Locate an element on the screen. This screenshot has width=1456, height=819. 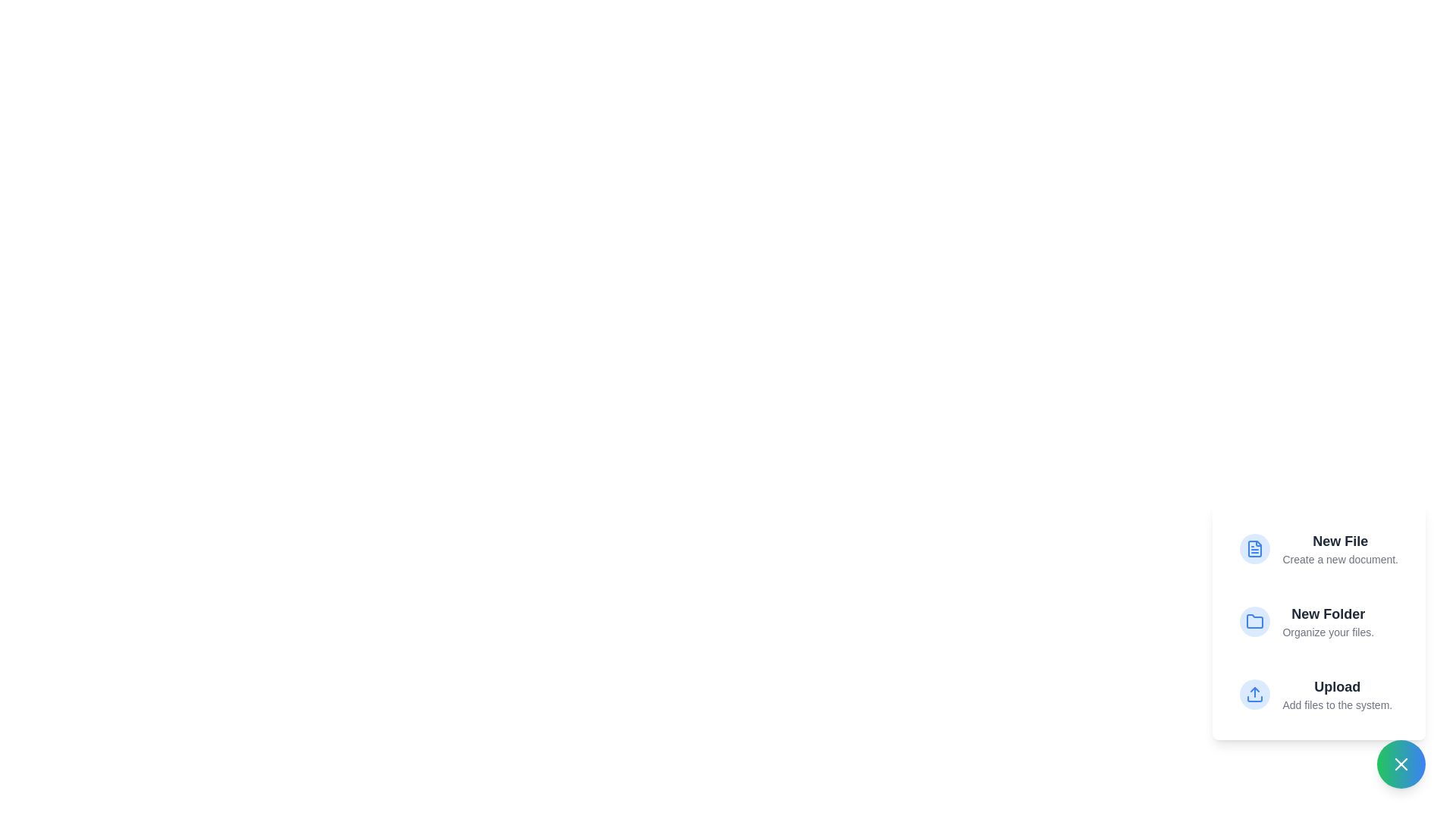
the menu option New Folder to highlight it is located at coordinates (1318, 622).